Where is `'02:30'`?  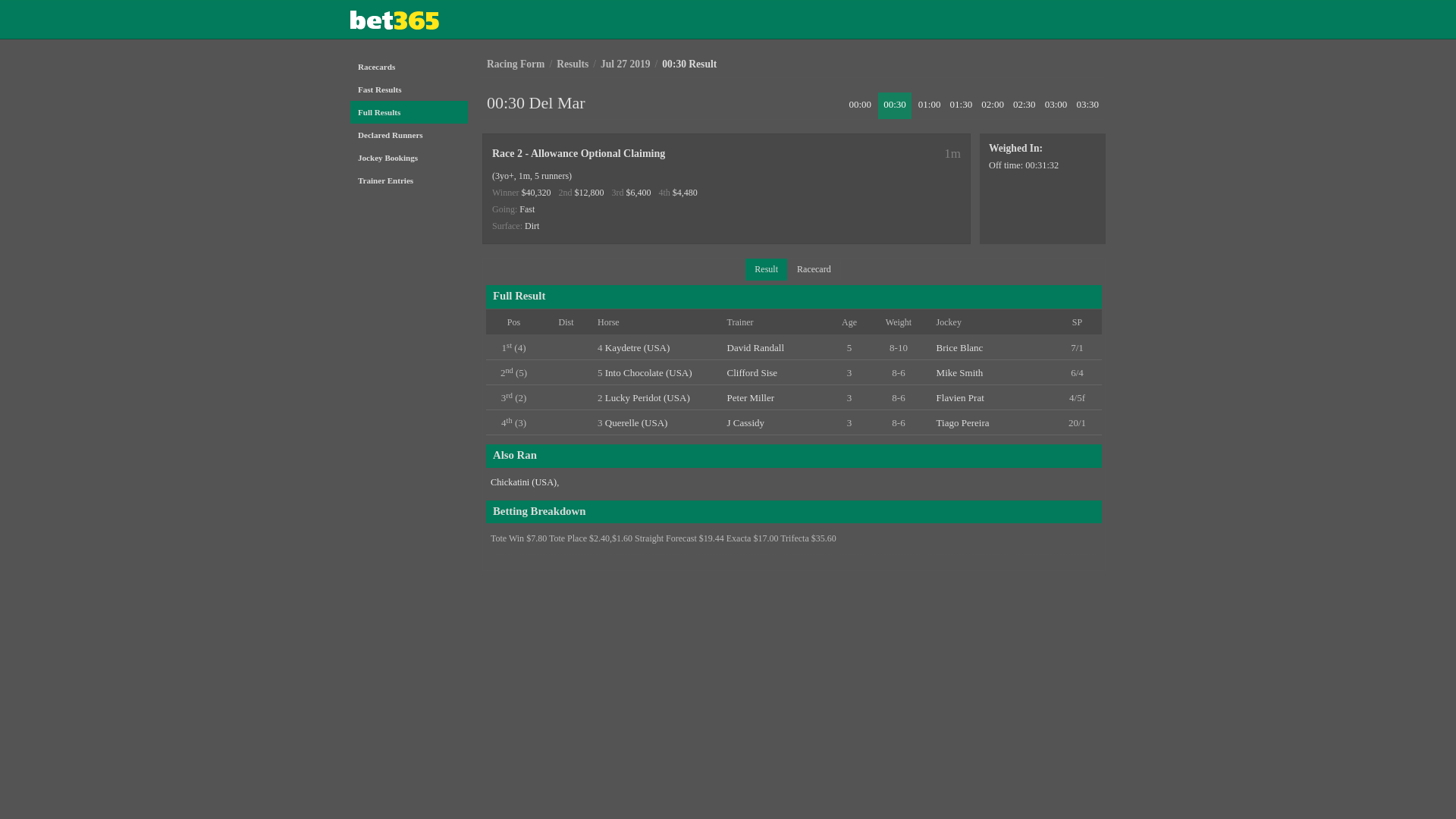
'02:30' is located at coordinates (1024, 105).